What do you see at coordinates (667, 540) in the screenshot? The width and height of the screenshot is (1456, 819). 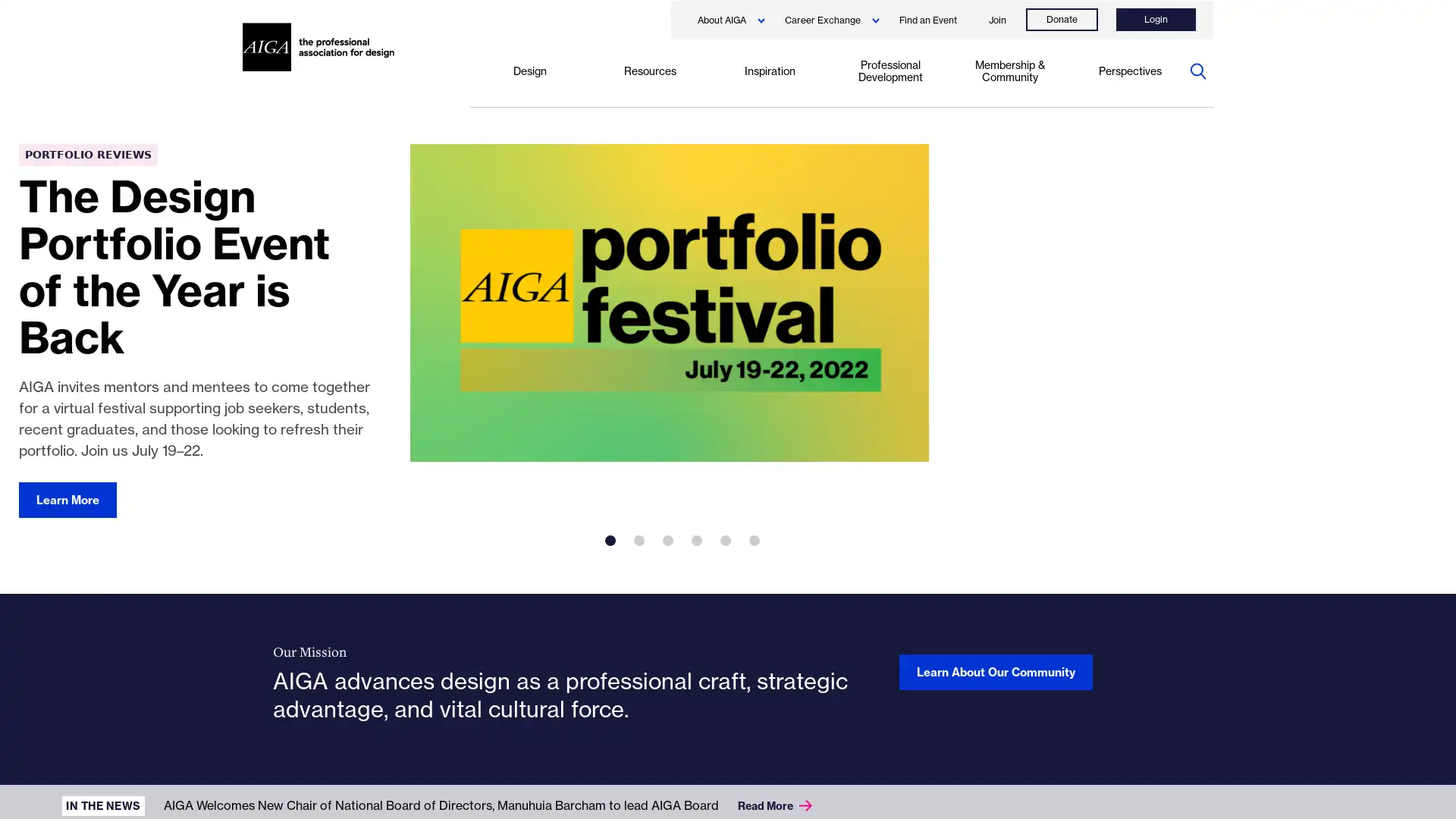 I see `3 of 6` at bounding box center [667, 540].